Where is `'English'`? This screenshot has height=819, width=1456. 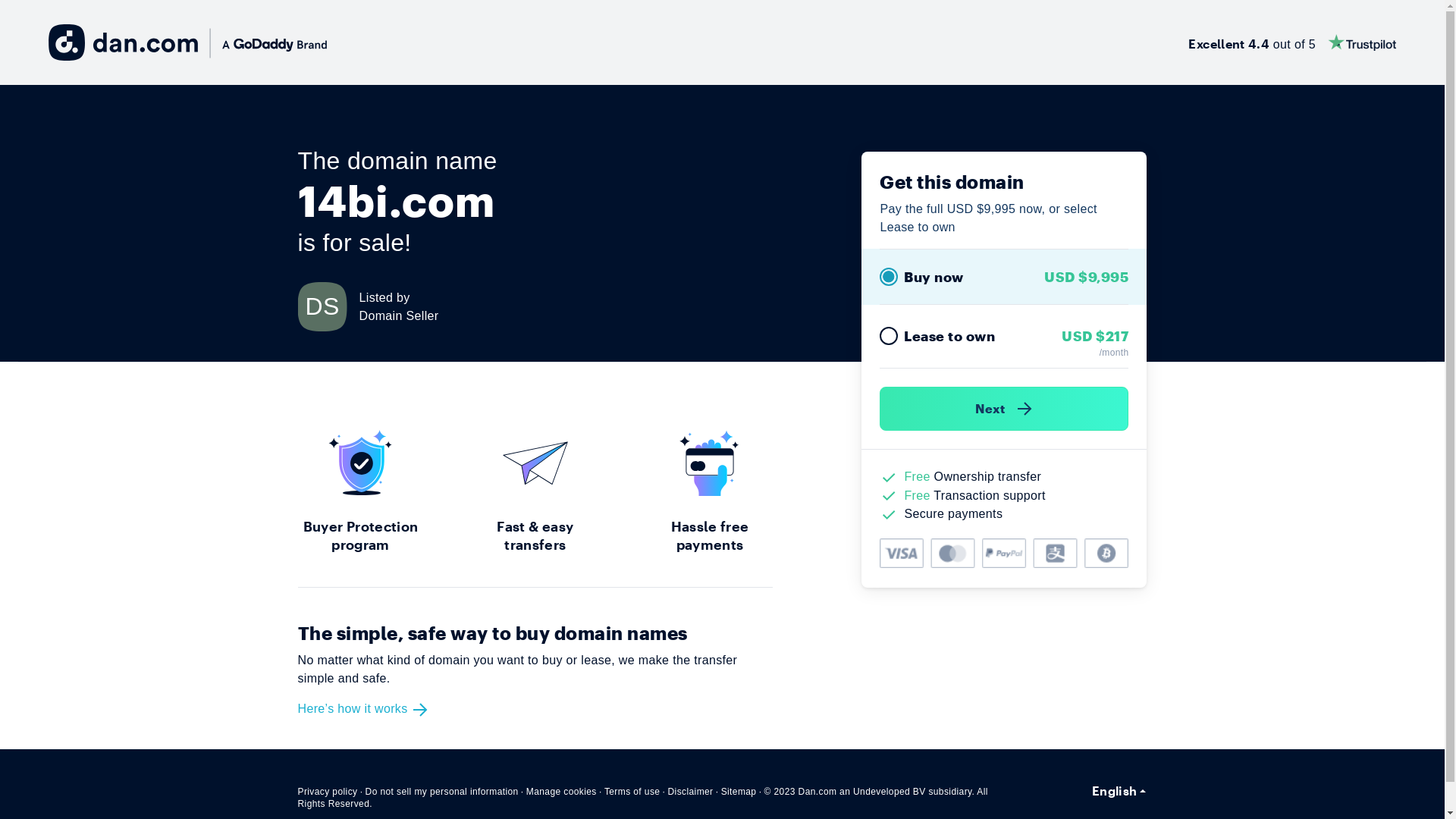 'English' is located at coordinates (1119, 789).